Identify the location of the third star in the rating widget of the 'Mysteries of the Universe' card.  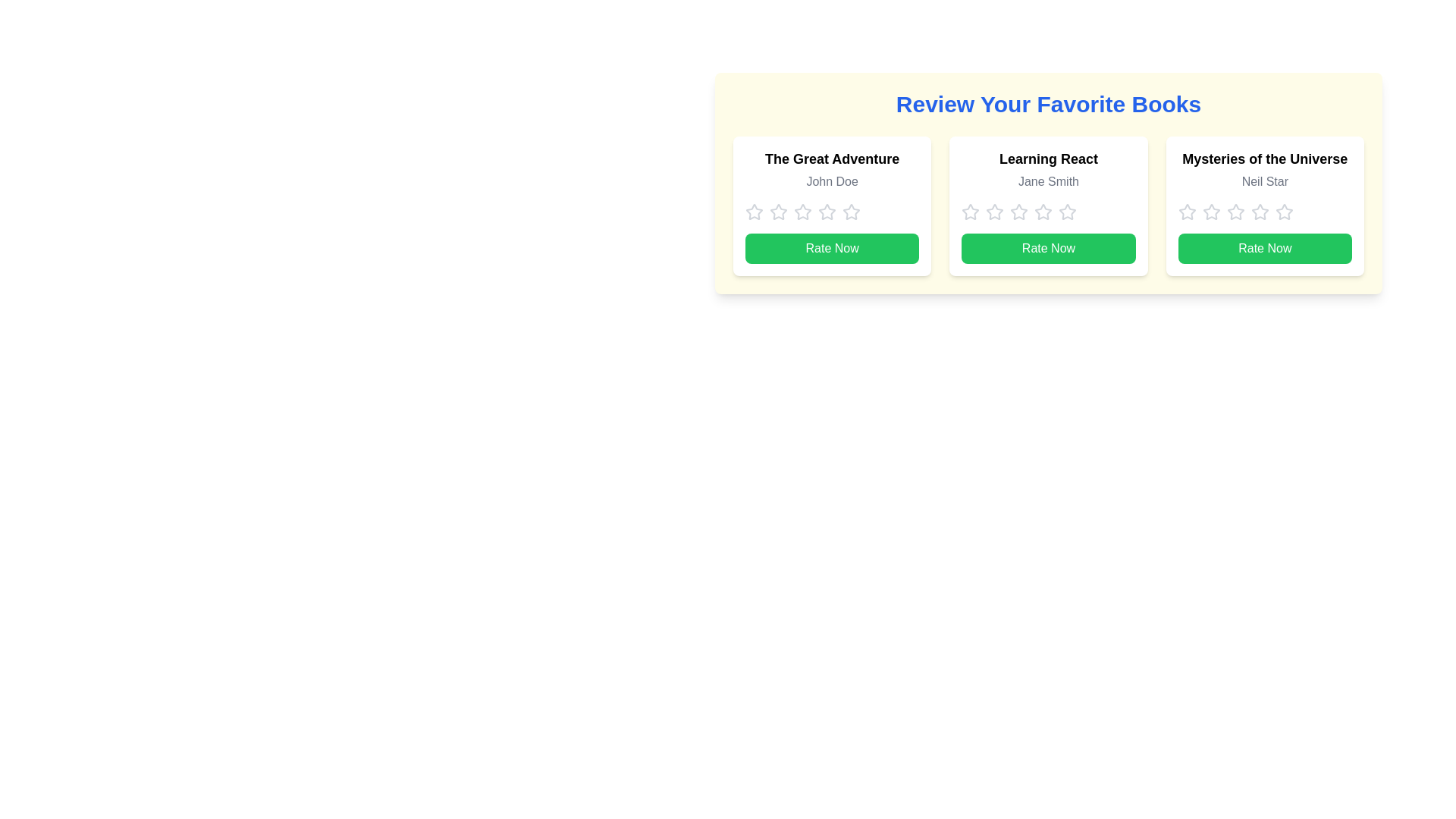
(1260, 212).